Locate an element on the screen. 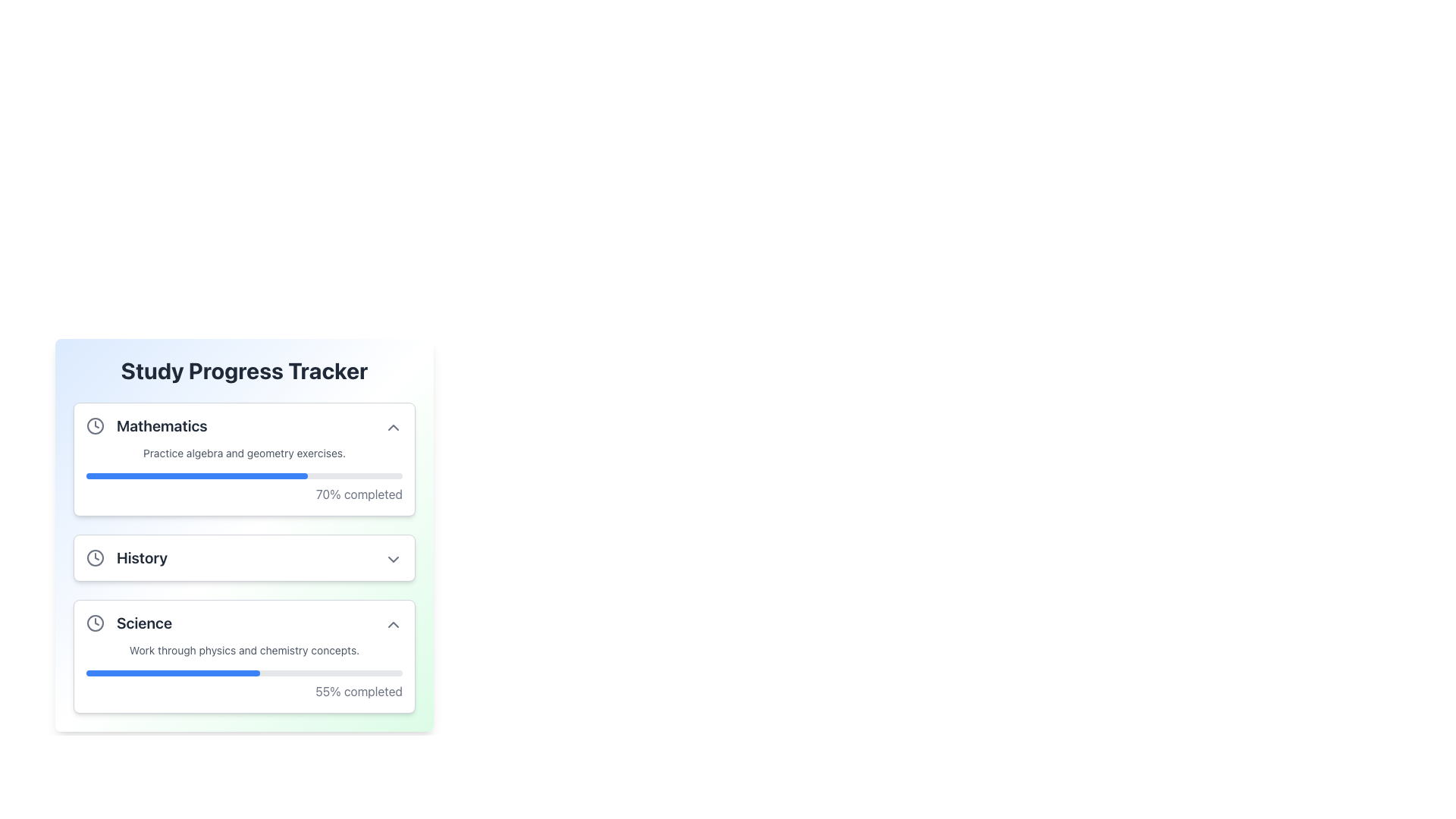 The image size is (1456, 819). the progress bar within the 'Mathematics' card of the 'Study Progress Tracker' interface, which shows a completion status of 70% is located at coordinates (244, 473).